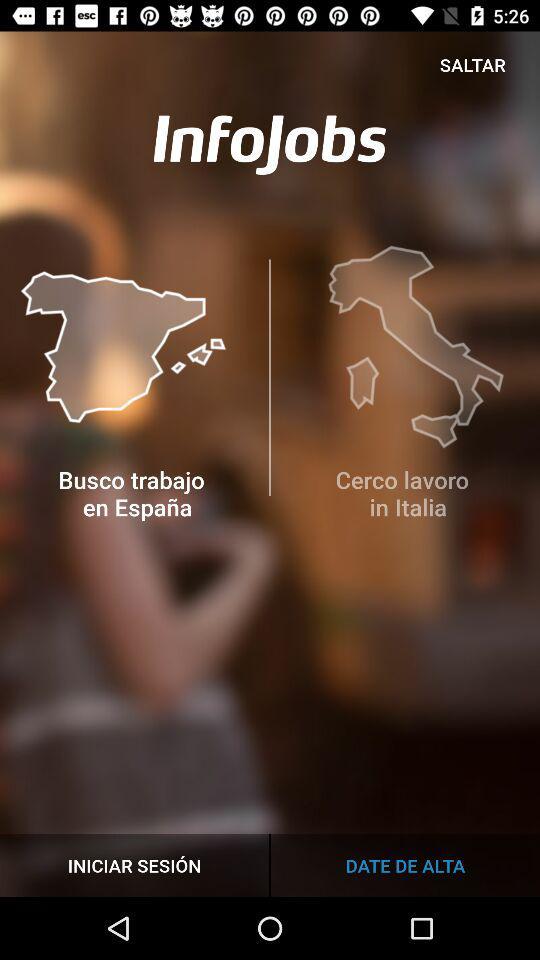 This screenshot has height=960, width=540. I want to click on the date de alta item, so click(405, 864).